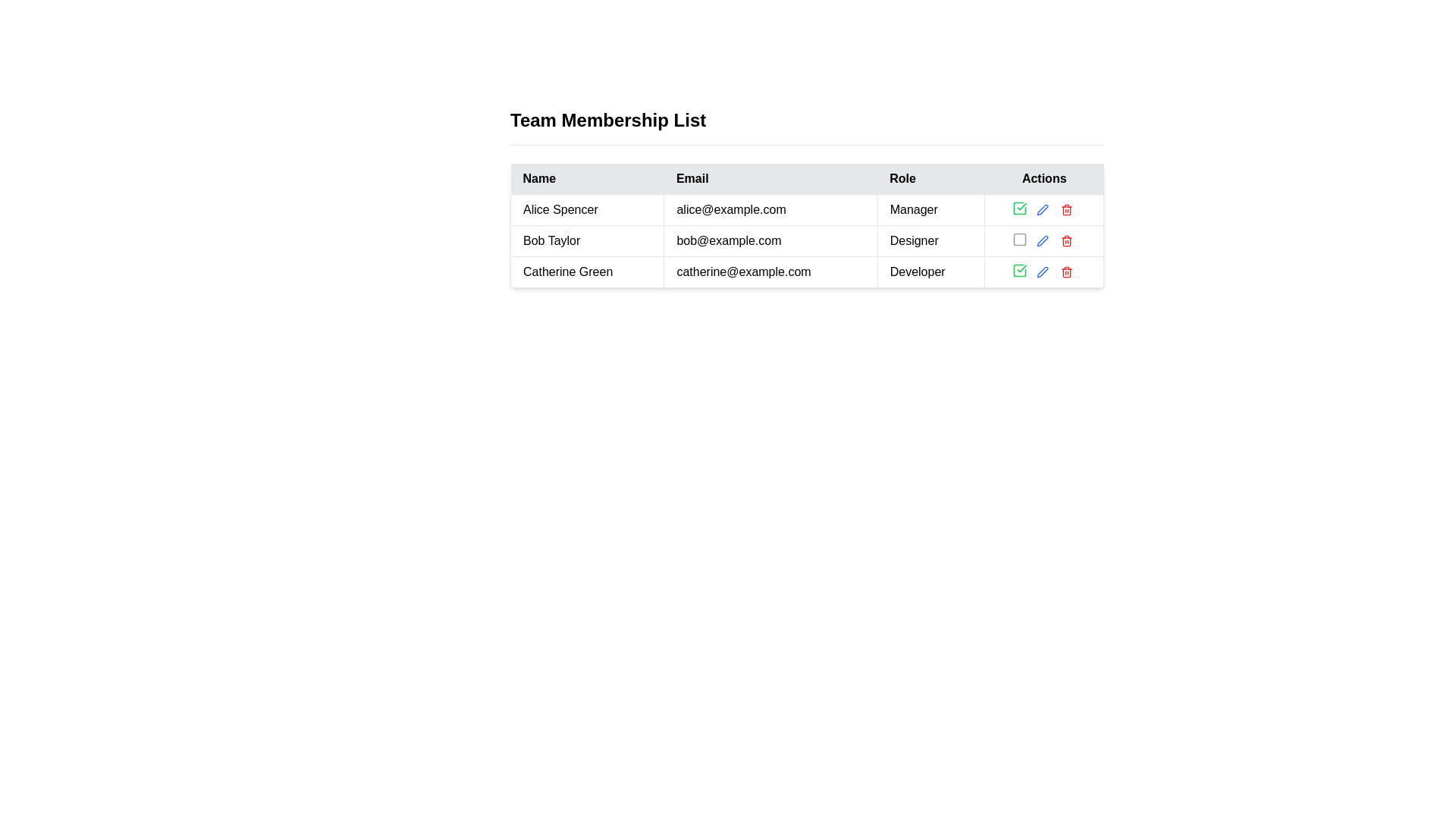 The width and height of the screenshot is (1456, 819). What do you see at coordinates (1020, 239) in the screenshot?
I see `the first square icon in the actions column of the table for 'Bob Taylor'` at bounding box center [1020, 239].